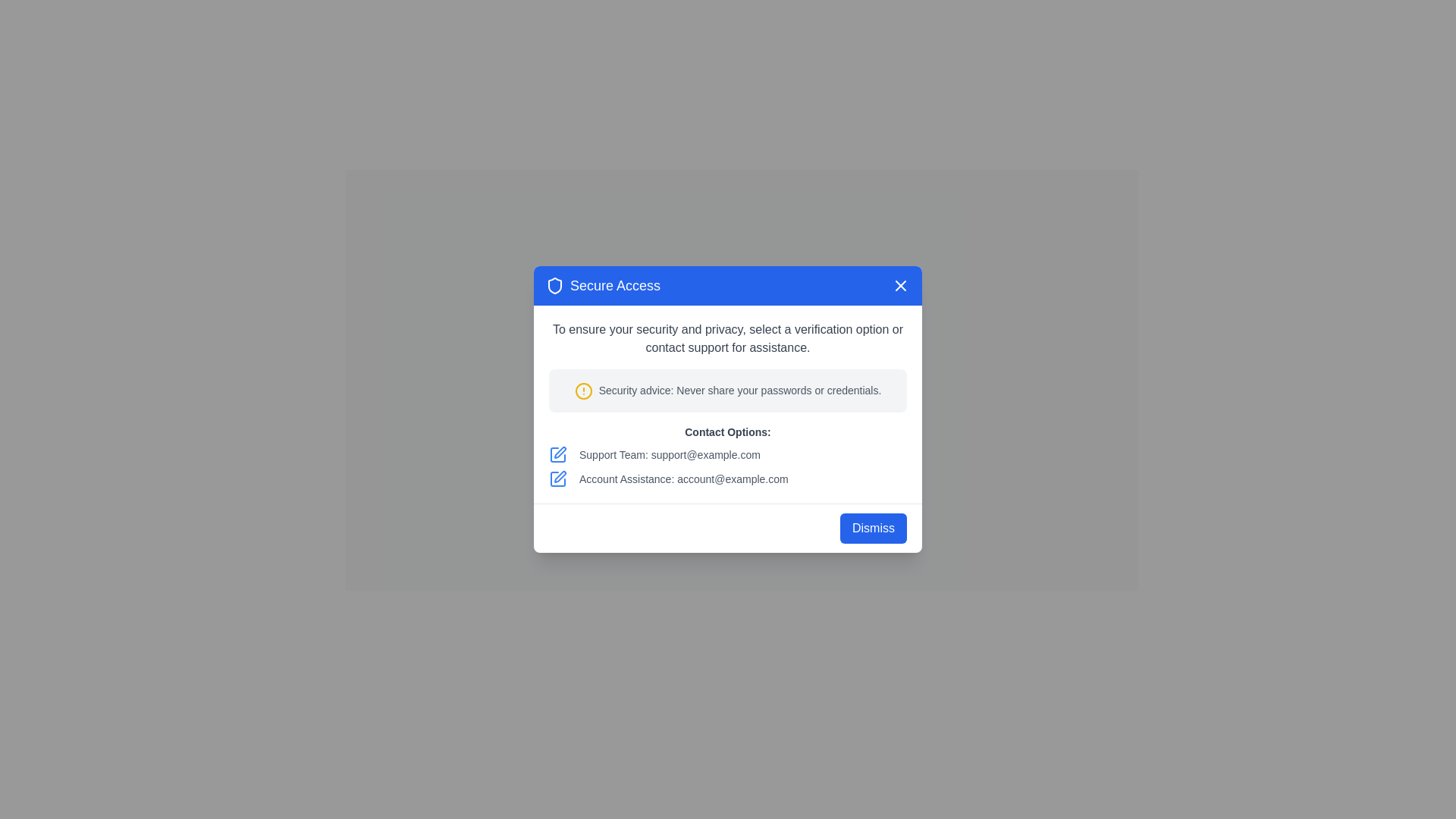 This screenshot has width=1456, height=819. I want to click on the pen-like icon with a blue square background, located on the left side of the text 'Support Team: support@example.com', to initiate an edit action, so click(557, 453).